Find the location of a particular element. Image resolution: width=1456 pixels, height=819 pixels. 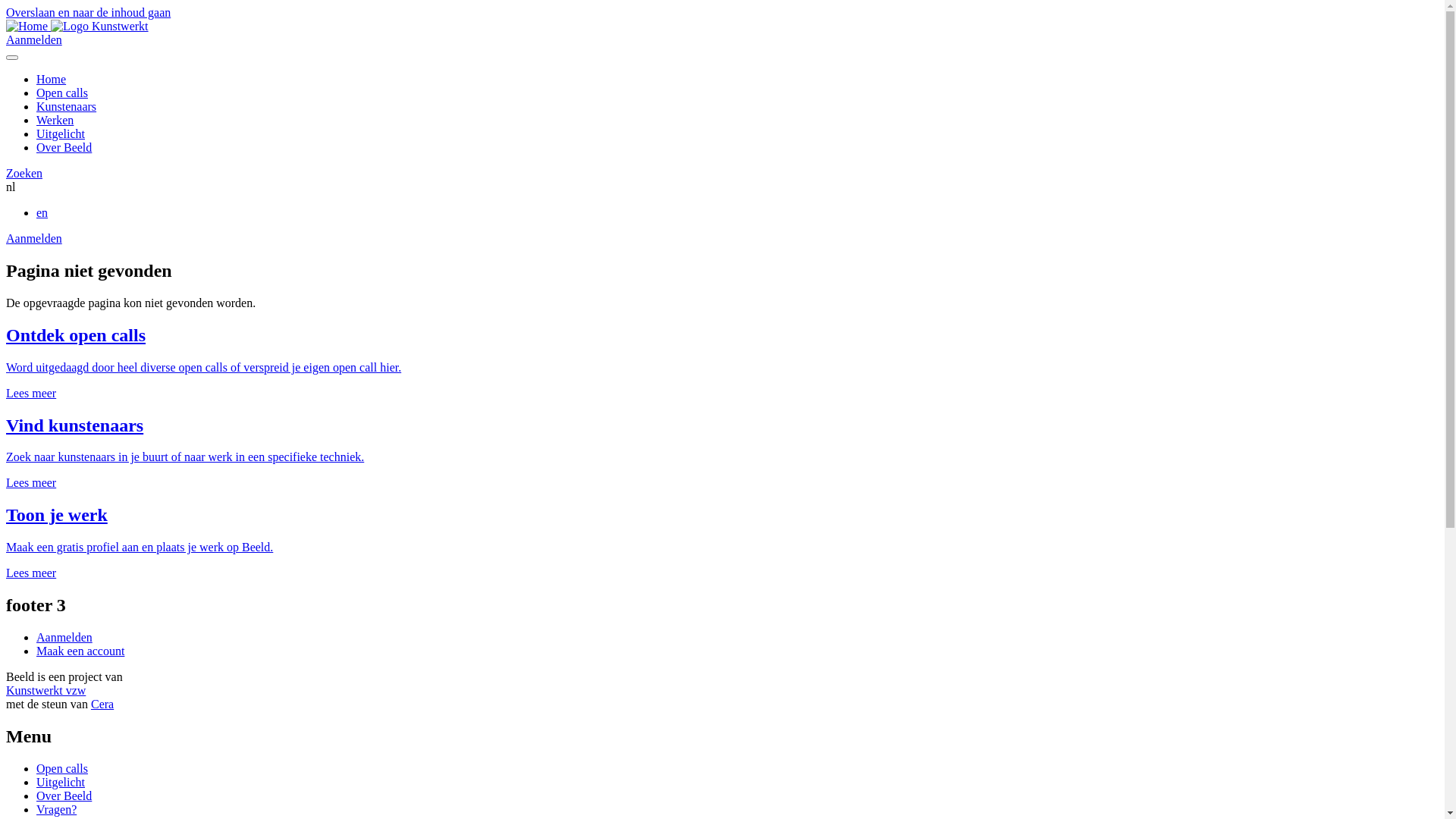

'Overslaan en naar de inhoud gaan' is located at coordinates (87, 12).